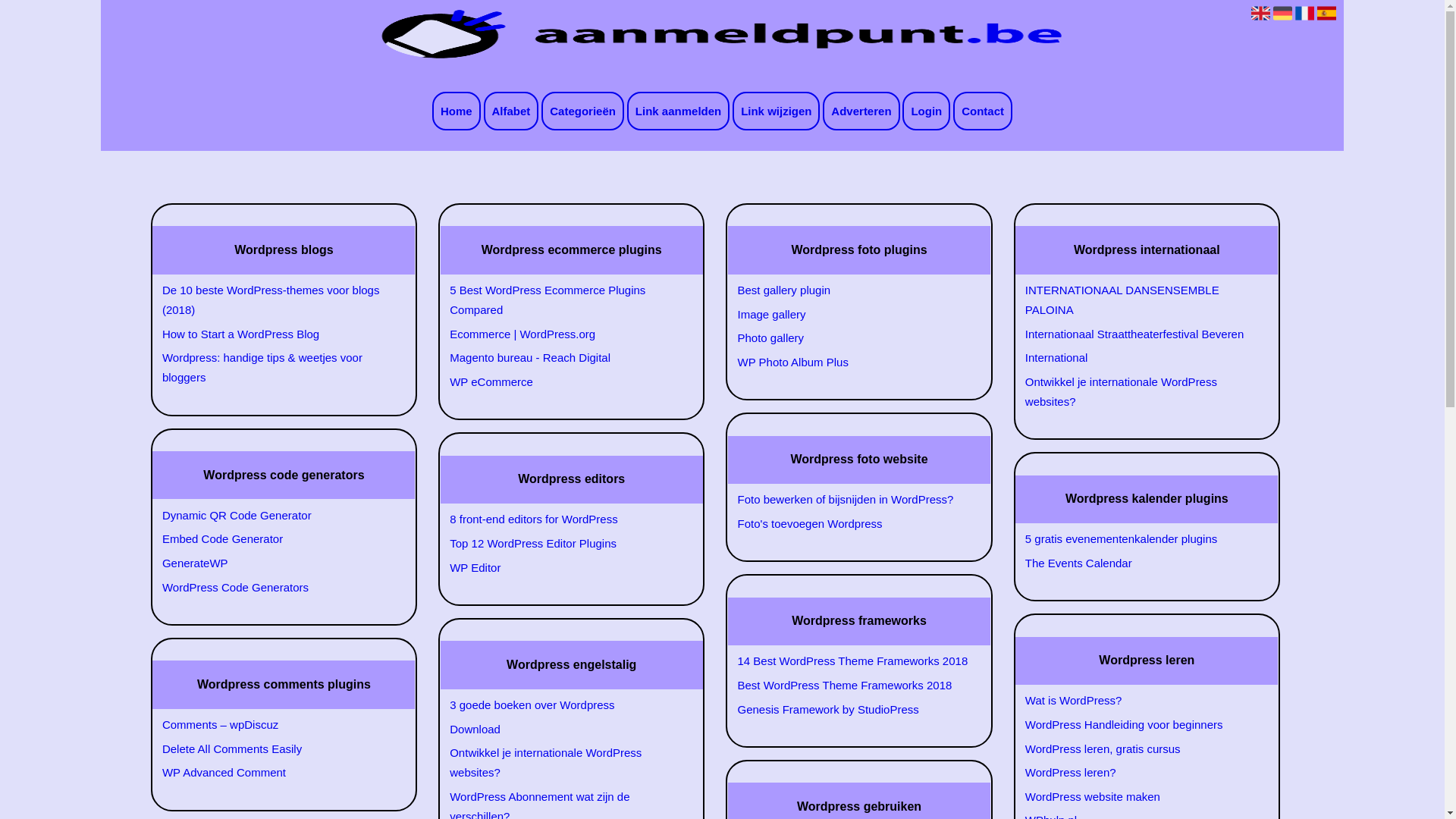  Describe the element at coordinates (275, 368) in the screenshot. I see `'Wordpress: handige tips & weetjes voor bloggers'` at that location.